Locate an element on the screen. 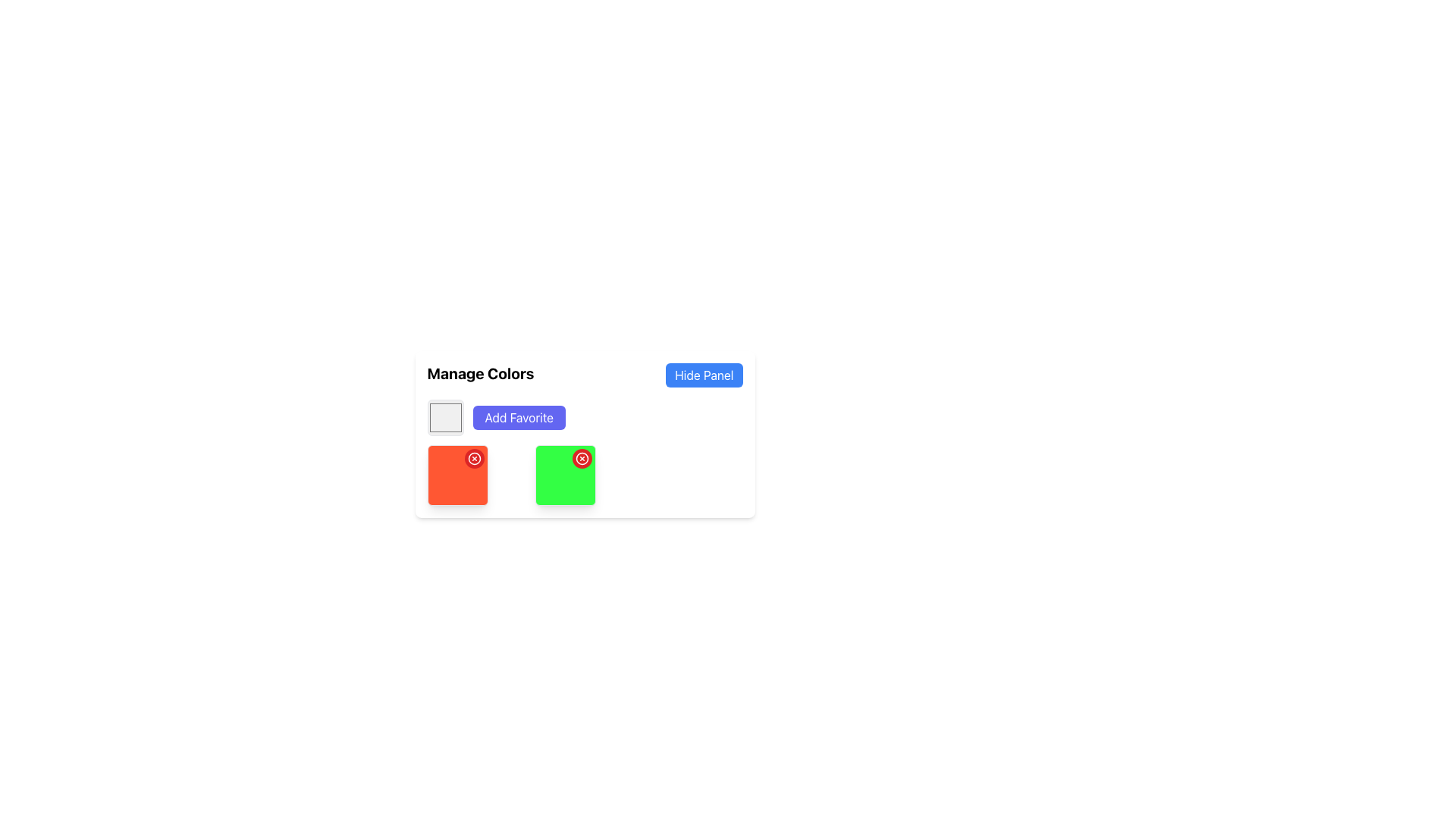 The image size is (1456, 819). the favorite button located to the right of the square color selector in the 'Manage Colors' panel is located at coordinates (519, 418).